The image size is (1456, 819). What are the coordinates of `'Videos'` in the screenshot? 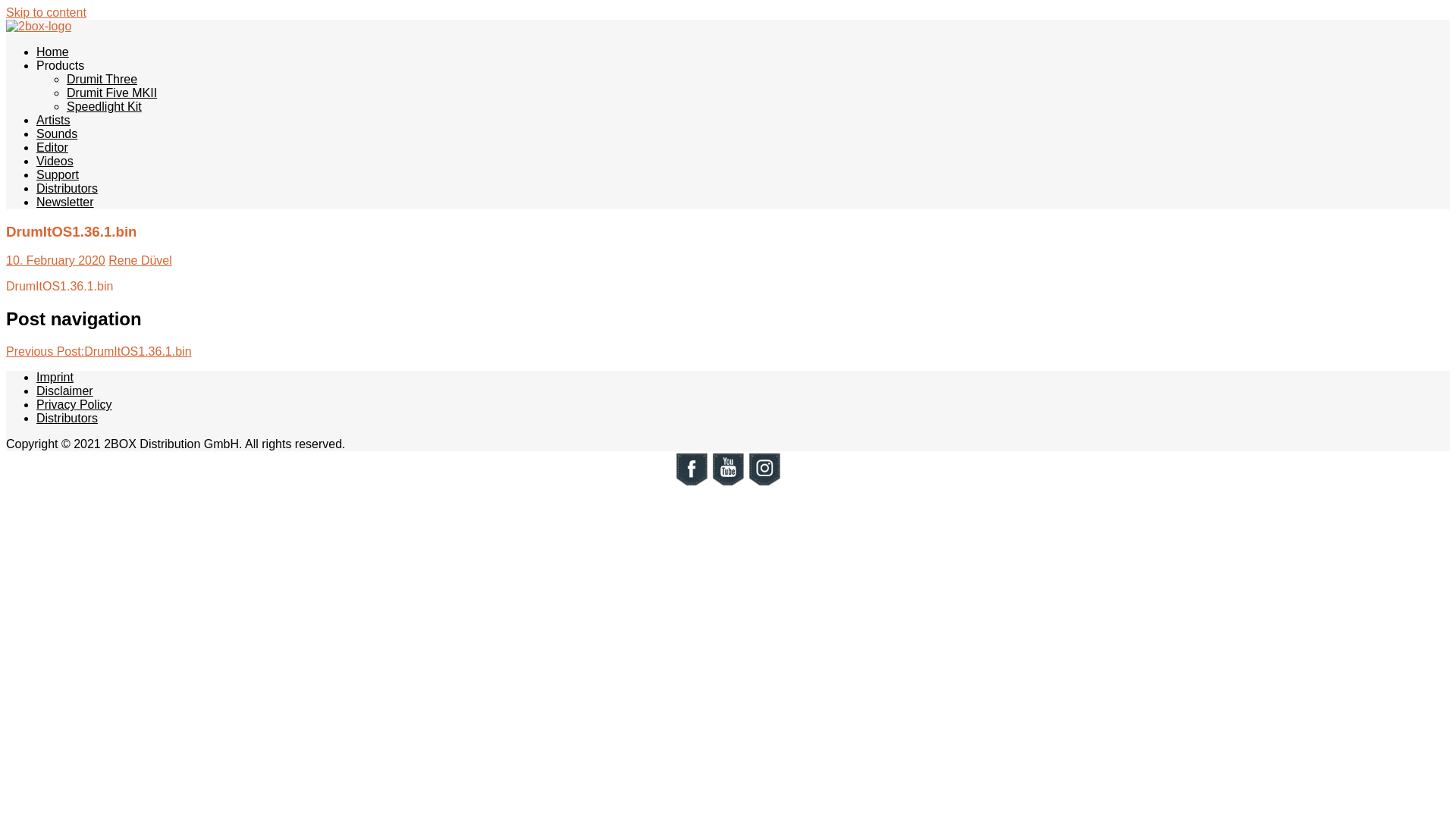 It's located at (55, 161).